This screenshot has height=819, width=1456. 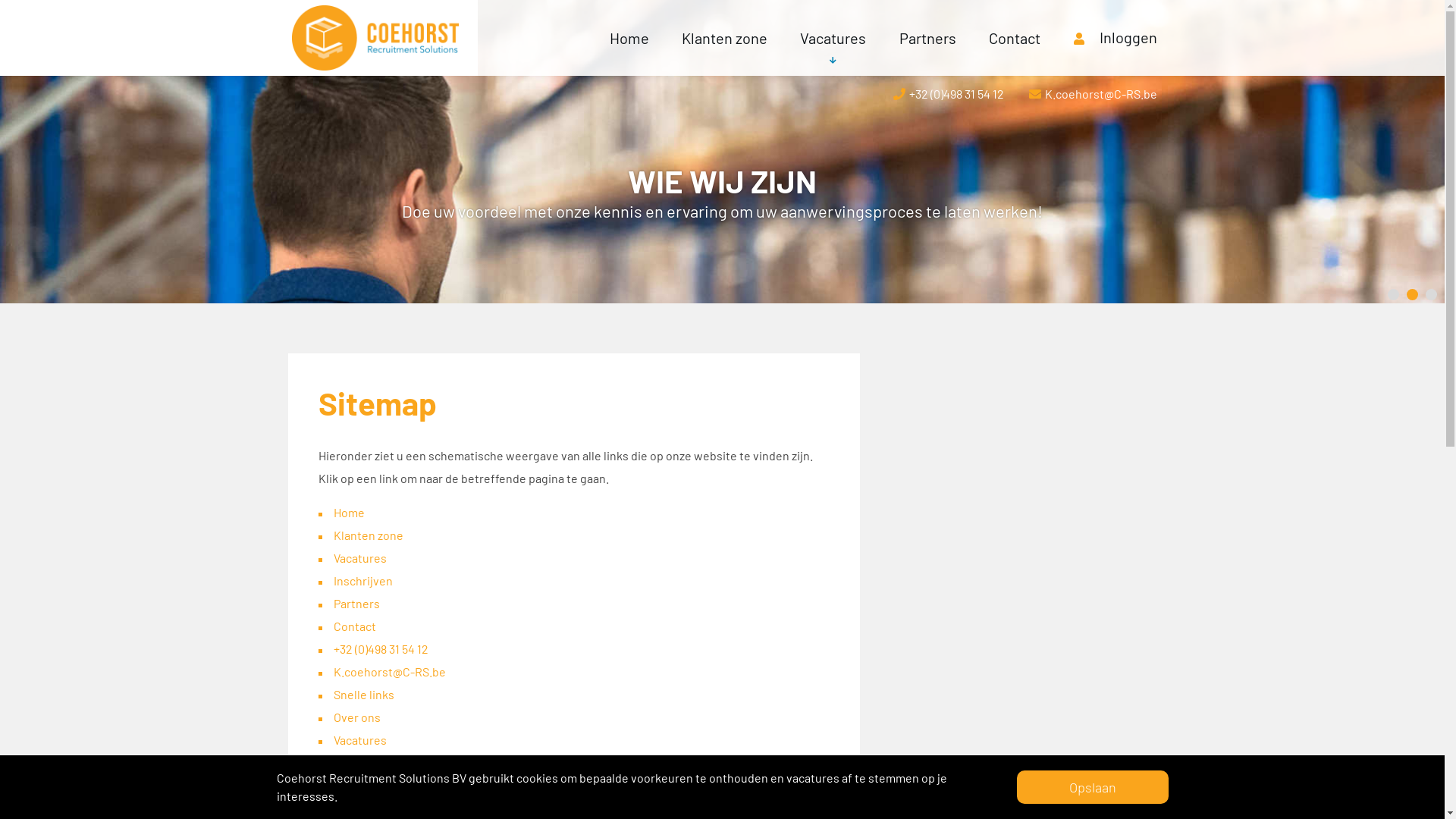 What do you see at coordinates (391, 785) in the screenshot?
I see `'Inschrijven Kandidaat'` at bounding box center [391, 785].